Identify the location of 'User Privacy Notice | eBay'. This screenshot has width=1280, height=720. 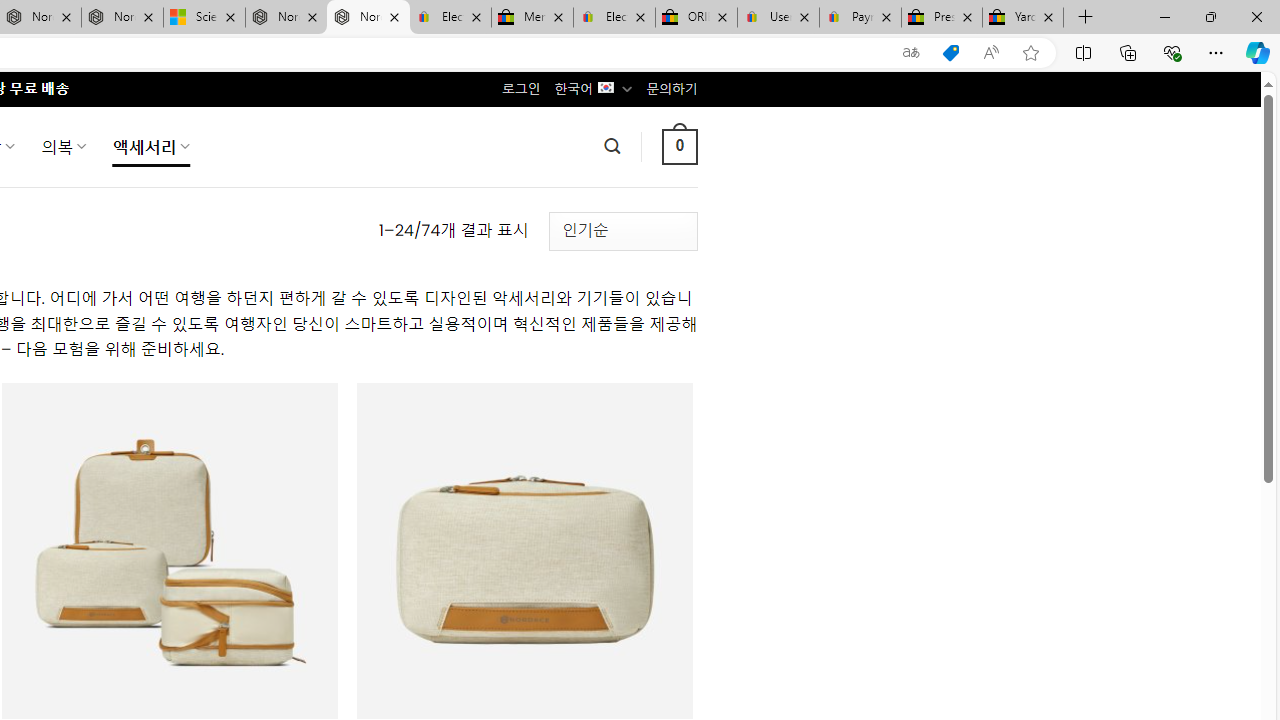
(777, 17).